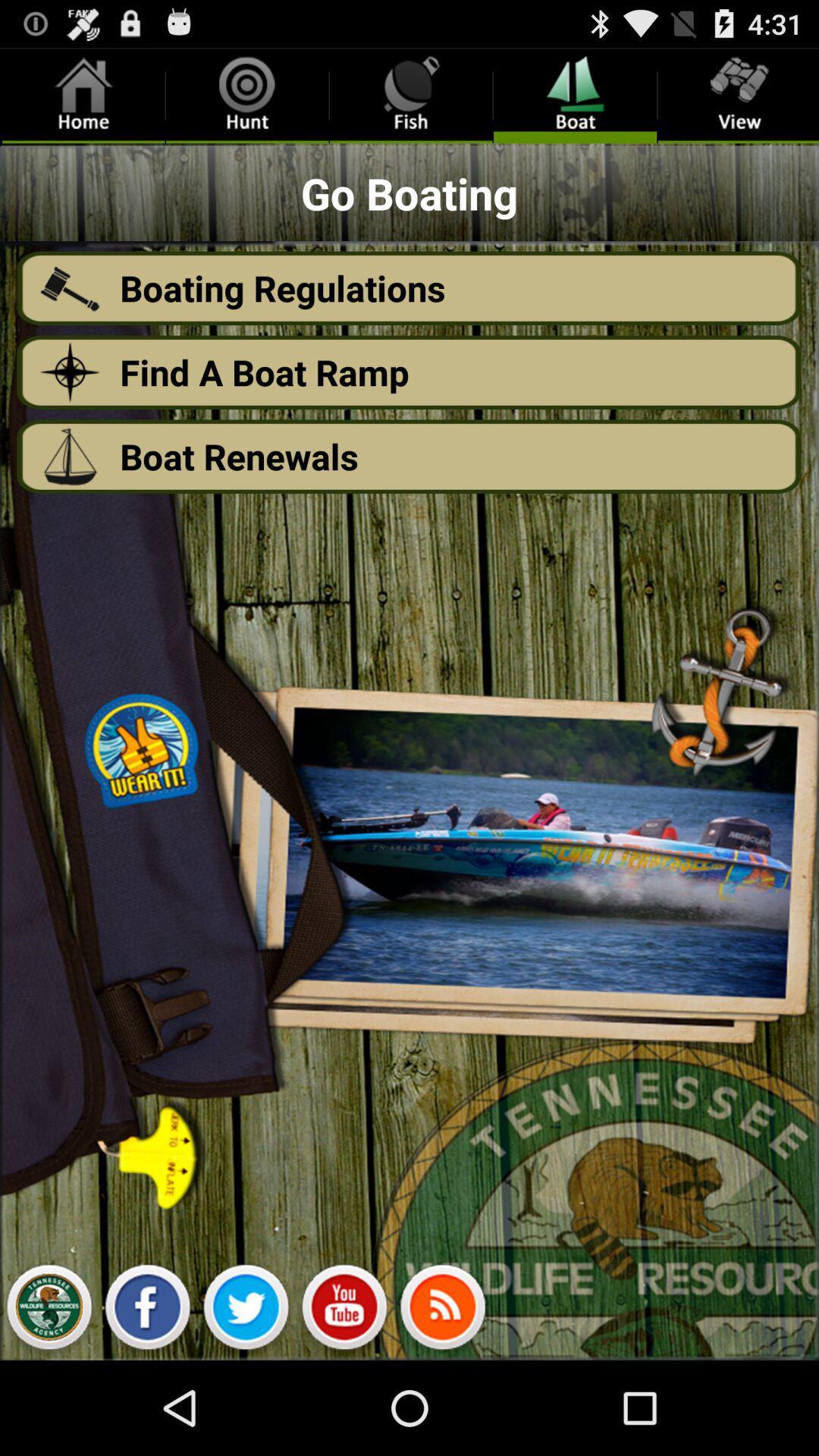  I want to click on facebook page, so click(147, 1310).